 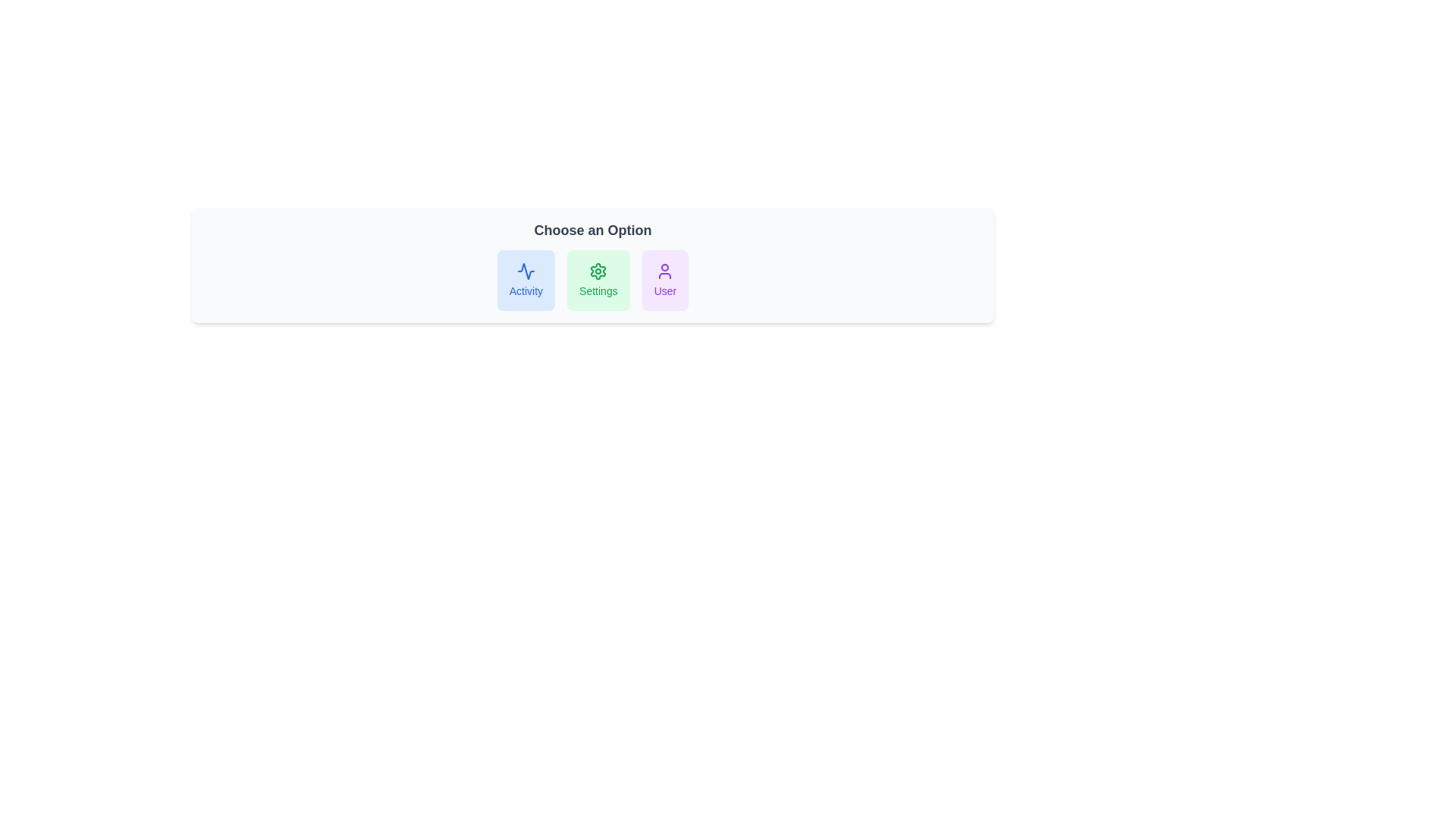 I want to click on text label displaying the word 'Settings', which is styled in green text on a light green background, located below a gear icon and centered between 'Activity' and 'User' buttons, so click(x=598, y=291).